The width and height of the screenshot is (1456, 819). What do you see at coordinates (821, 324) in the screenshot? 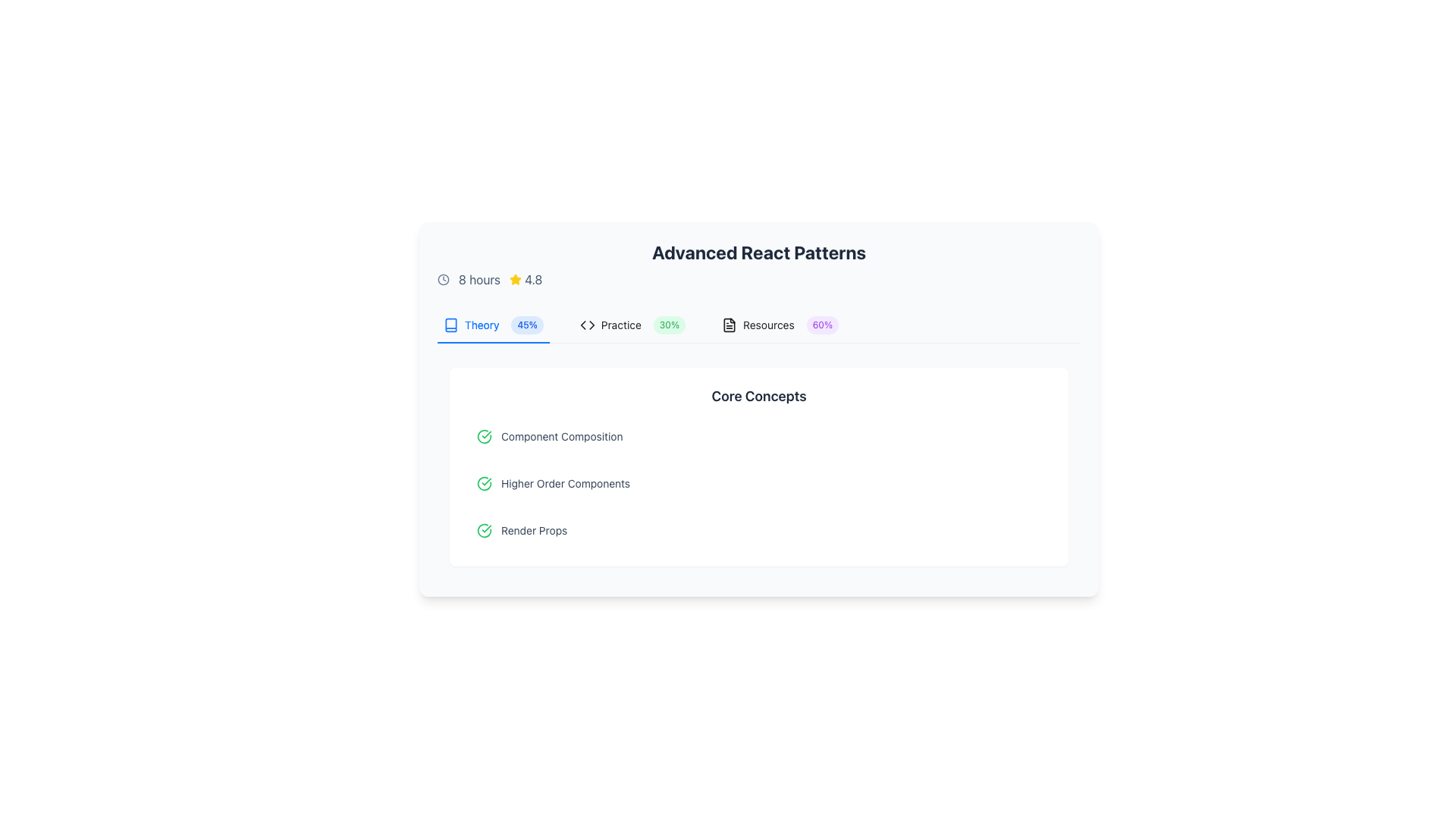
I see `percentage value displayed in the small purple badge that shows '60%' located to the right of the word 'Resources' in the navigation bar` at bounding box center [821, 324].